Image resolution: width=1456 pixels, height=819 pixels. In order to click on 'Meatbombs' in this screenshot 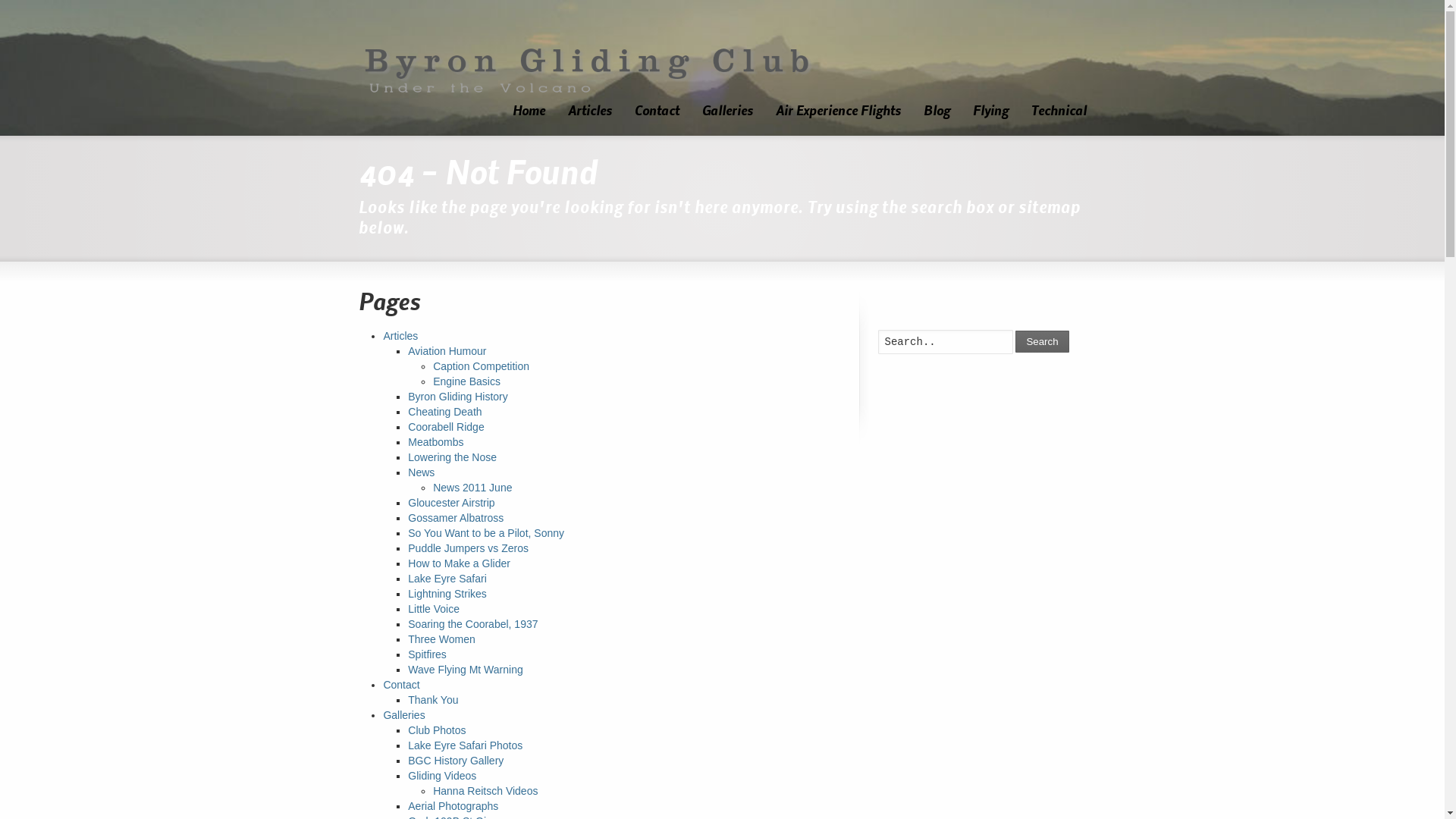, I will do `click(435, 441)`.